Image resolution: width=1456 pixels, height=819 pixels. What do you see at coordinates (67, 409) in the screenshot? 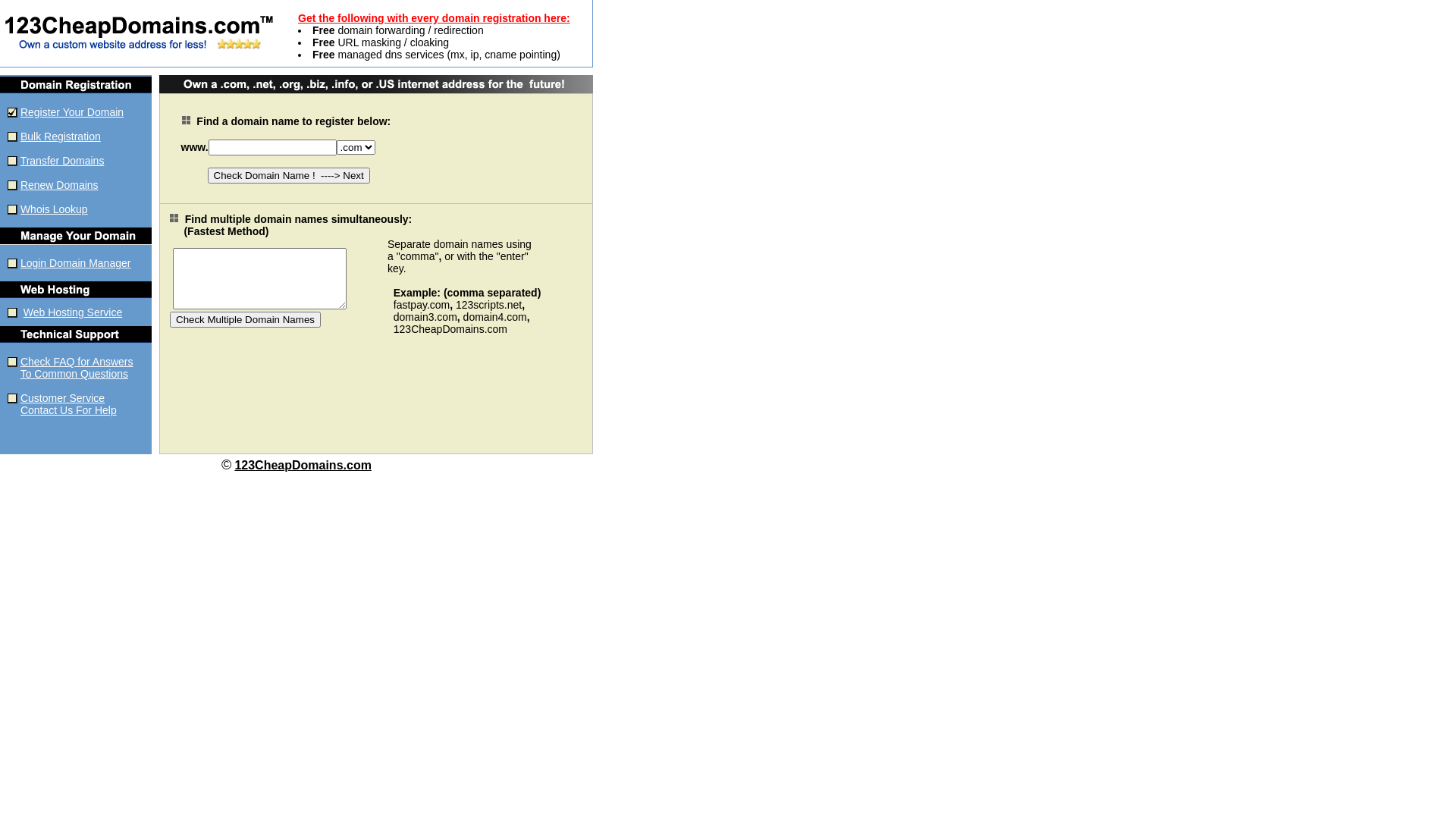
I see `'Contact Us For Help'` at bounding box center [67, 409].